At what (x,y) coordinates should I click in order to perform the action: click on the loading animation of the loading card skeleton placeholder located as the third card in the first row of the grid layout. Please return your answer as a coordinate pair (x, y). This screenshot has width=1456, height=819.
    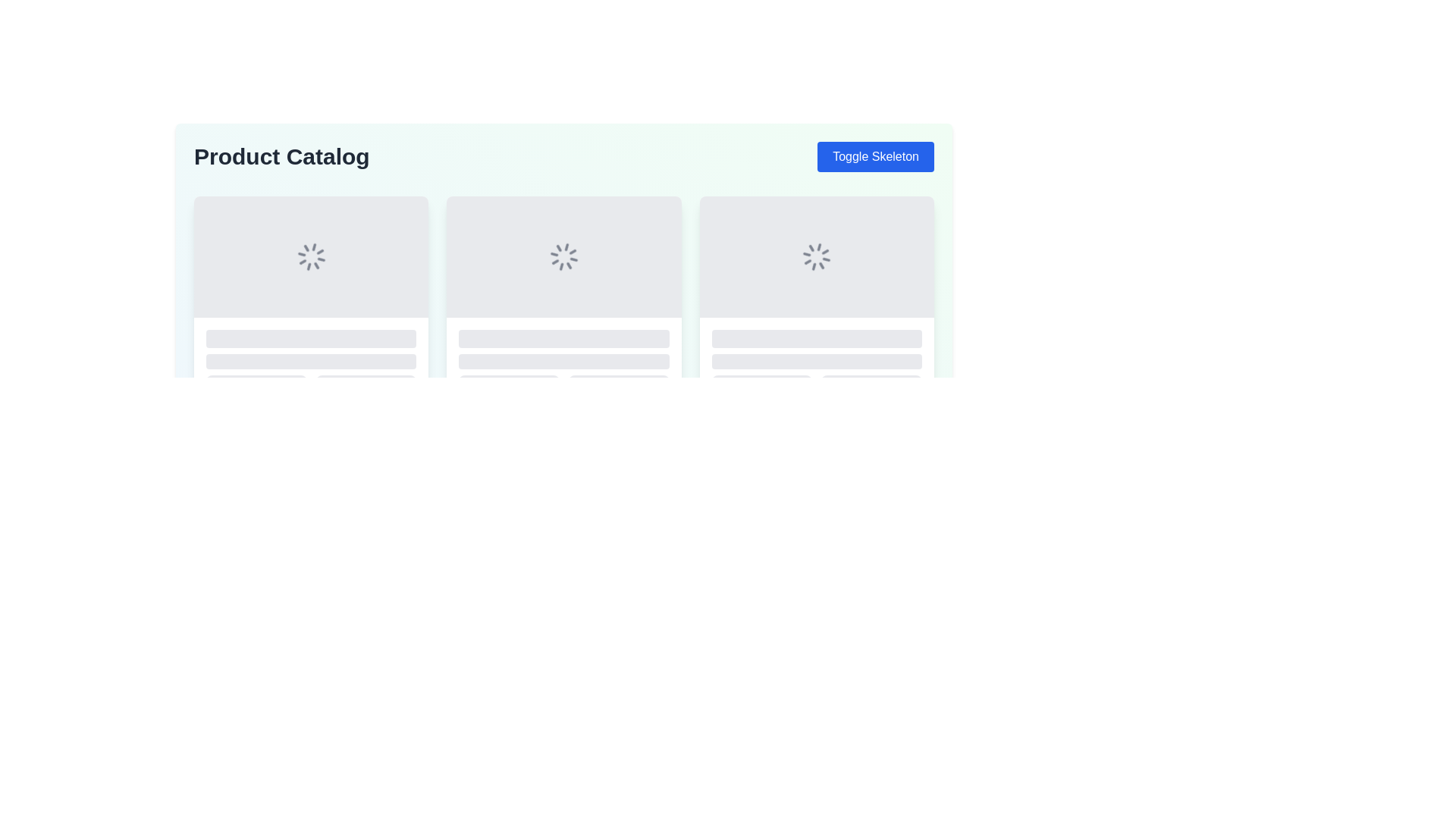
    Looking at the image, I should click on (816, 298).